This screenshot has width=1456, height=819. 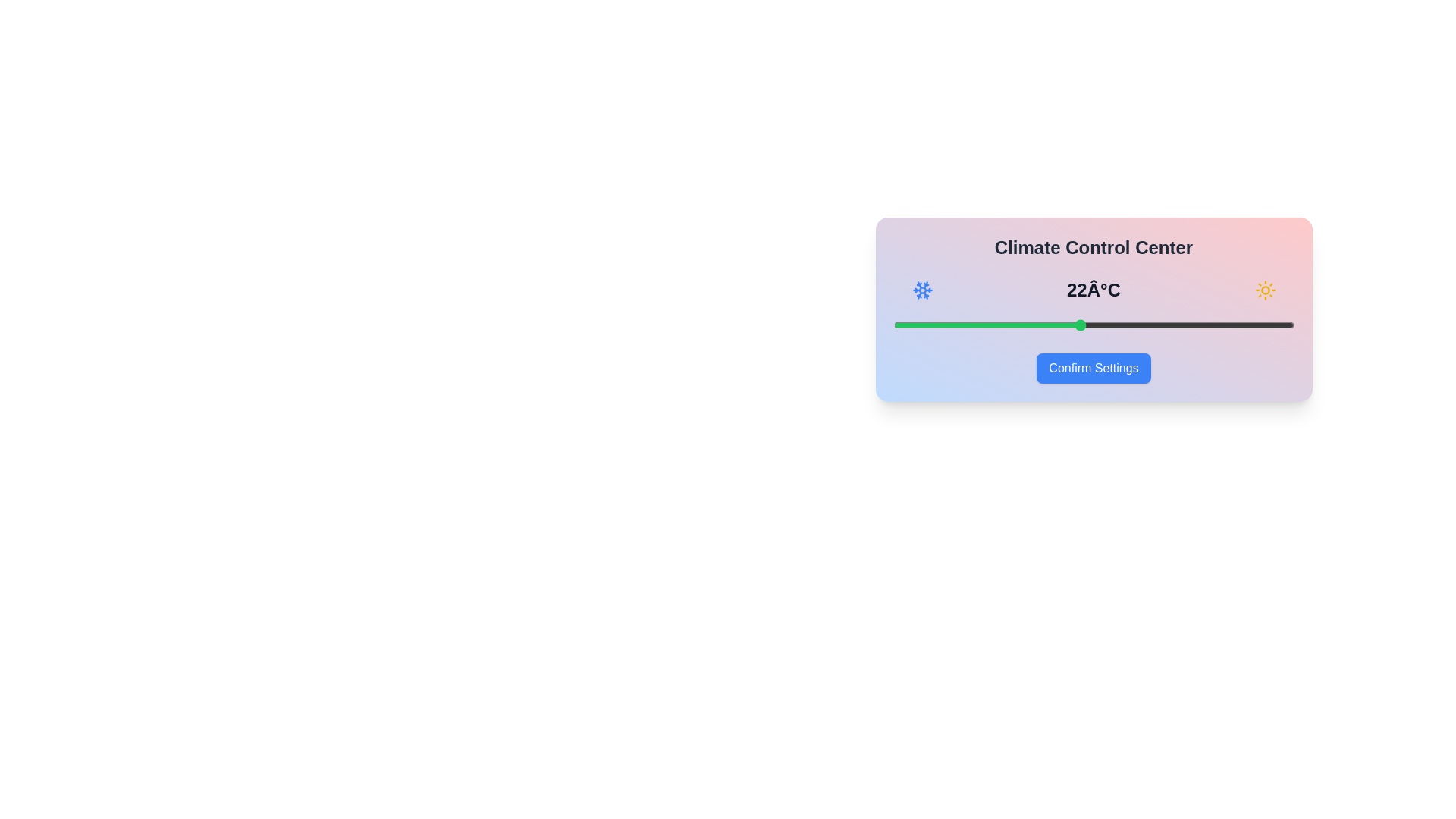 I want to click on the temperature to 22°C using the slider, so click(x=1079, y=324).